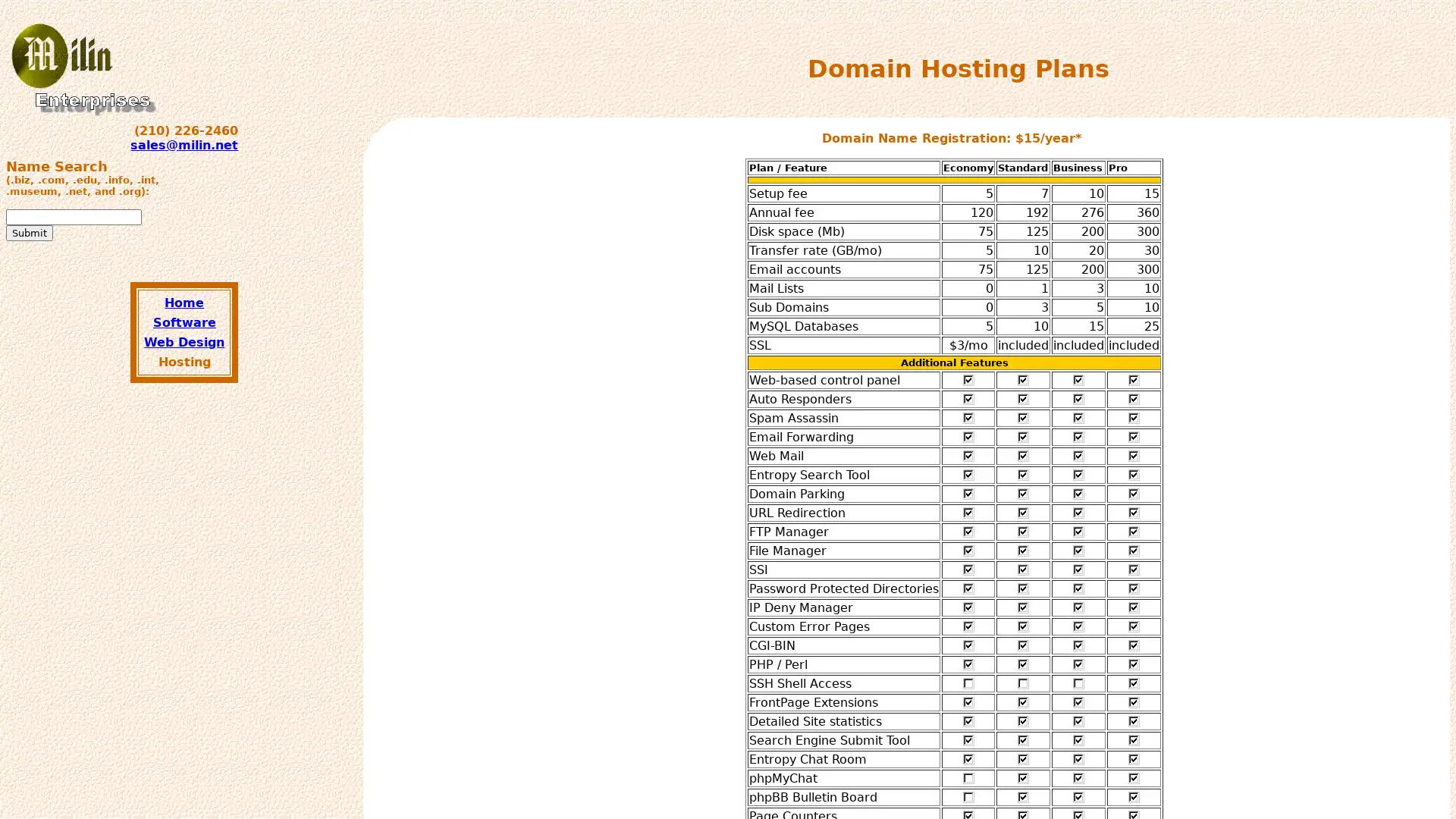 The width and height of the screenshot is (1456, 819). Describe the element at coordinates (29, 233) in the screenshot. I see `Submit` at that location.